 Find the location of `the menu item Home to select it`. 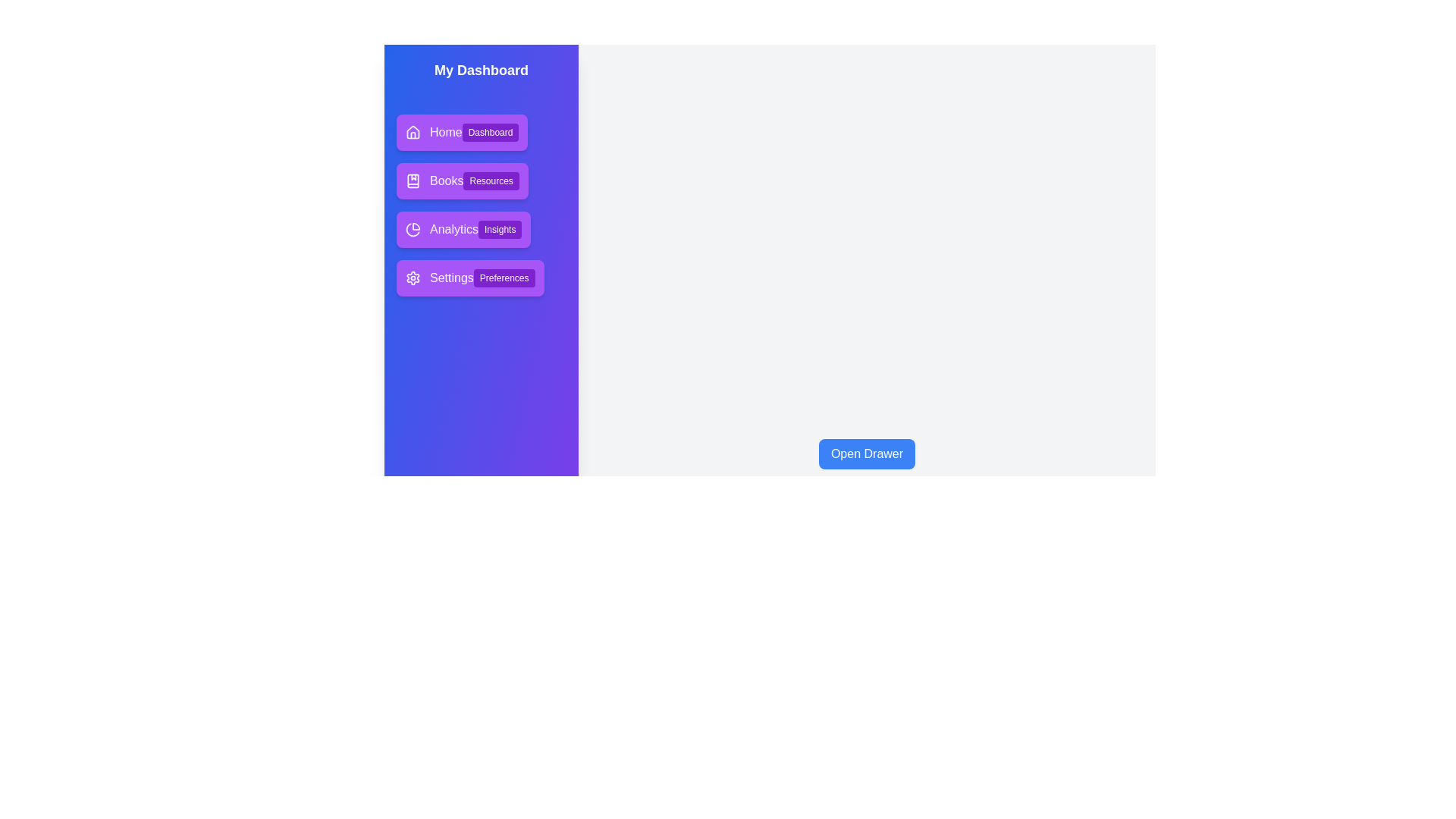

the menu item Home to select it is located at coordinates (461, 131).